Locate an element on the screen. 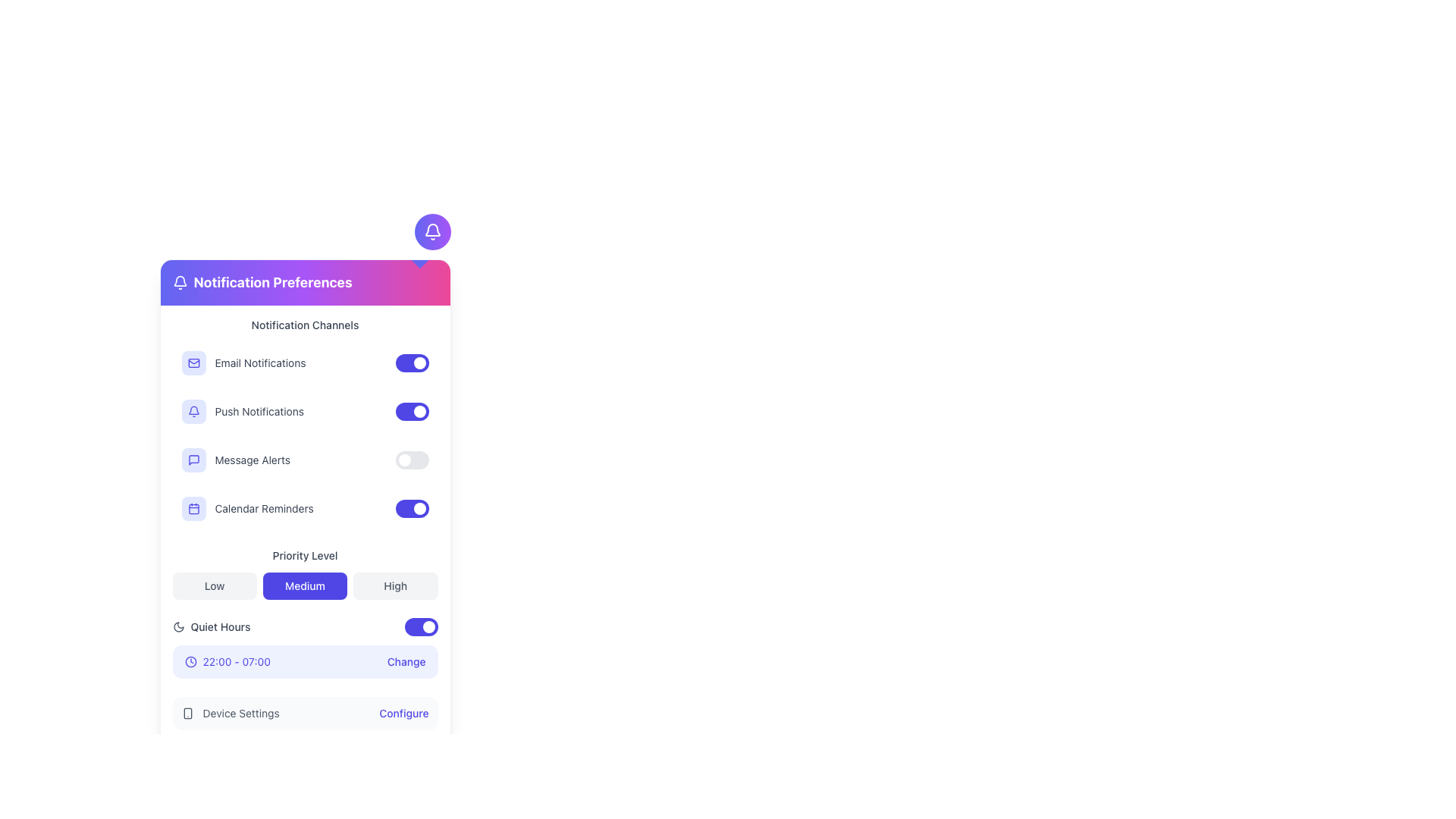 The height and width of the screenshot is (819, 1456). the static text label that reads 'Quiet Hours', which is part of a group layout with a moon icon on the left and a toggle switch on the right, located in the lower-middle area of the interface is located at coordinates (219, 626).